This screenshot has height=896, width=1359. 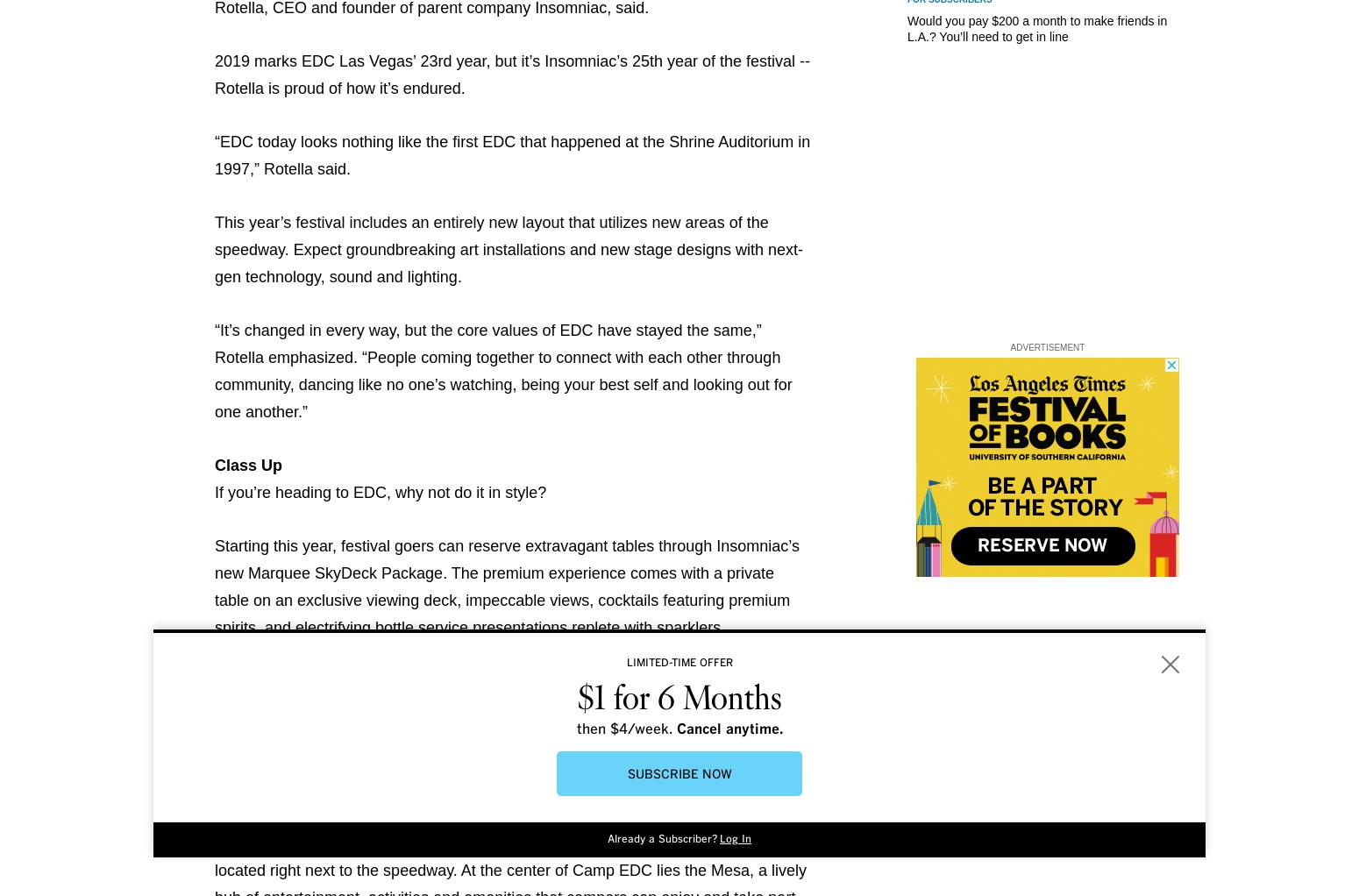 What do you see at coordinates (512, 74) in the screenshot?
I see `'2019 marks EDC Las Vegas’ 23rd year, but it’s Insomniac’s 25th year of the festival -- Rotella is proud of how it’s endured.'` at bounding box center [512, 74].